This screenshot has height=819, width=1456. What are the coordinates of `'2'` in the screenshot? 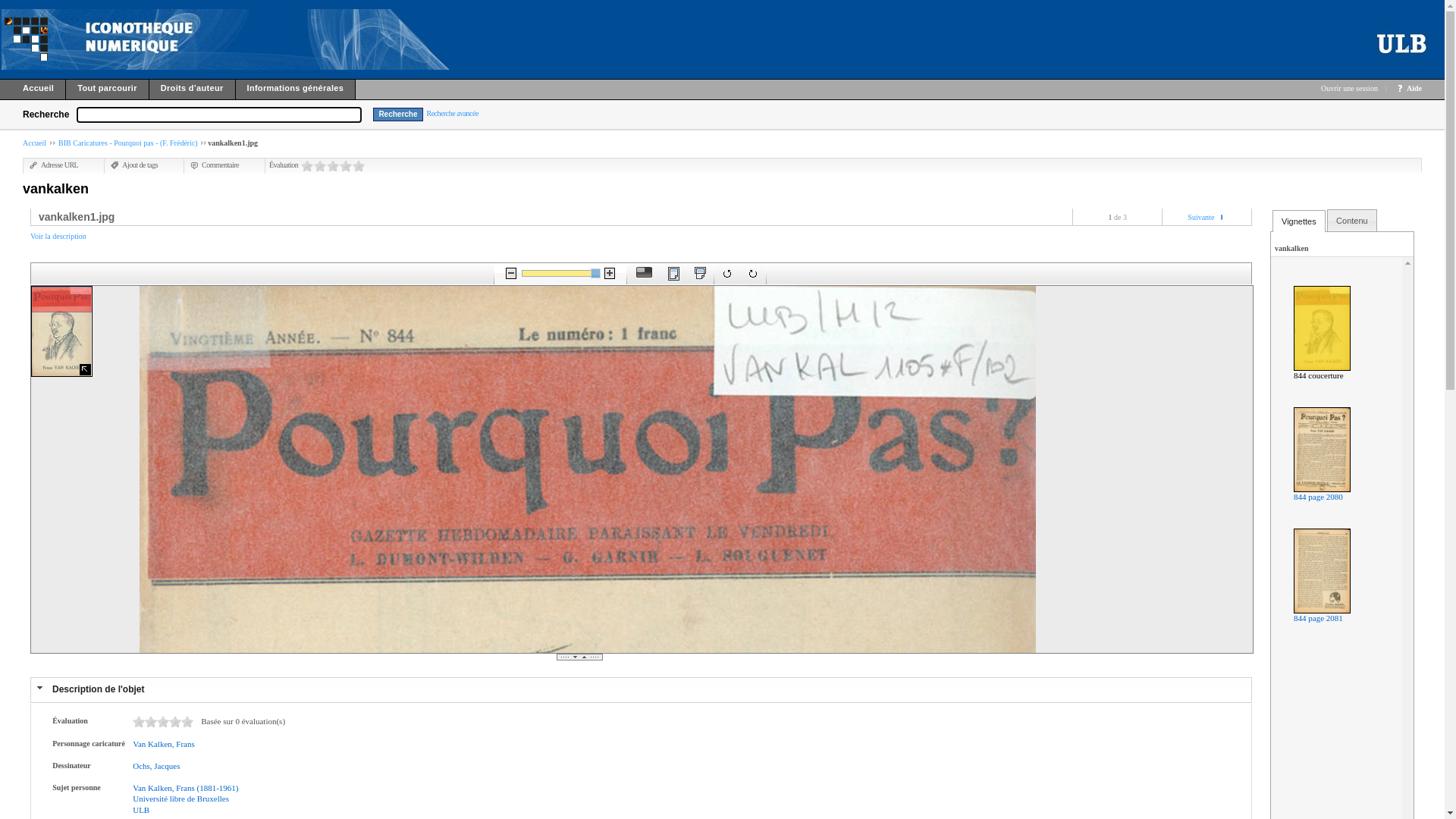 It's located at (319, 165).